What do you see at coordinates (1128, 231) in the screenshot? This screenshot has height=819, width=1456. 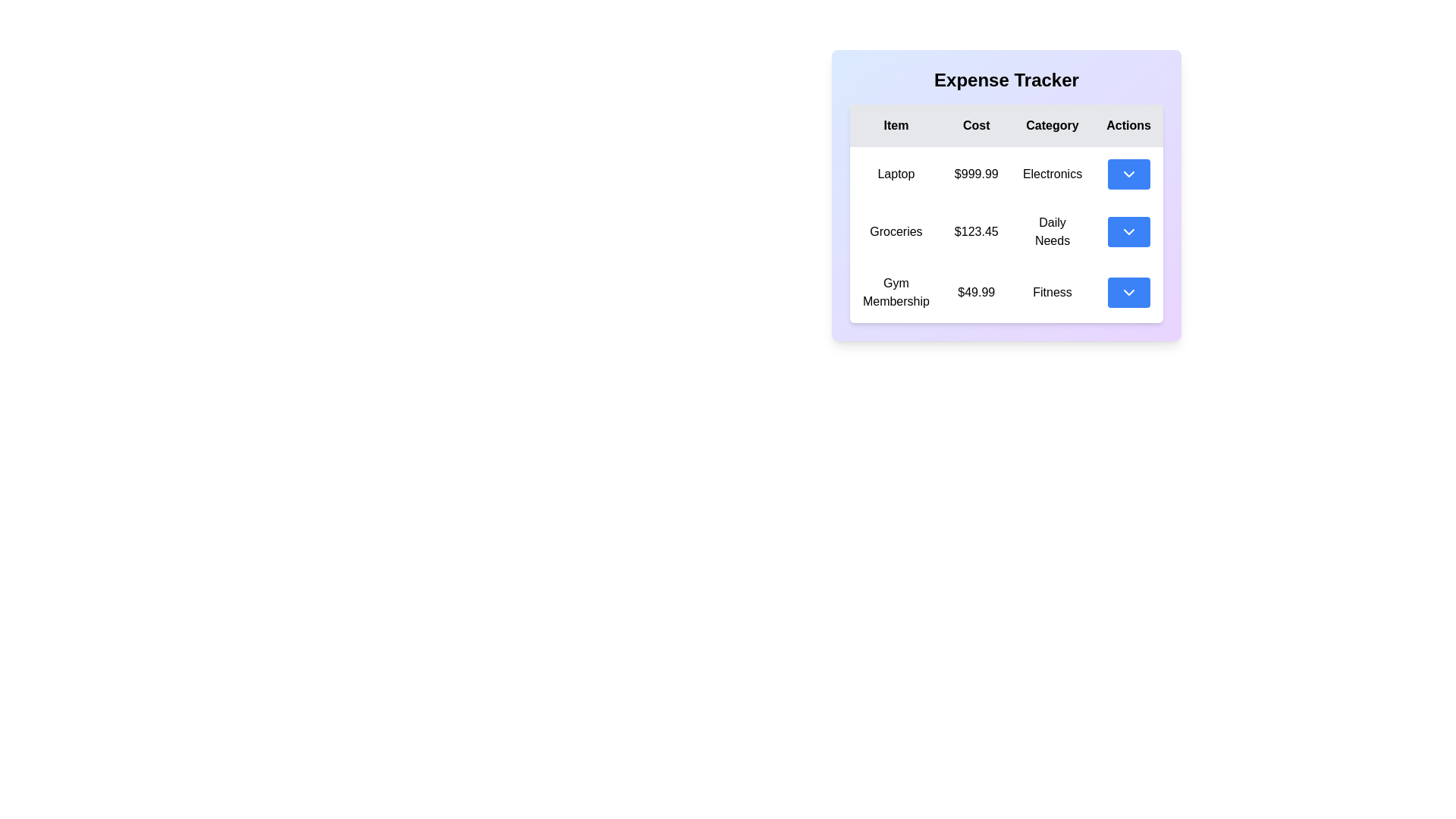 I see `the blue button with rounded corners and a white downward-facing chevron icon located in the 'Actions' column of the 'Expense Tracker' table, specifically in the second row under the 'Groceries' item` at bounding box center [1128, 231].